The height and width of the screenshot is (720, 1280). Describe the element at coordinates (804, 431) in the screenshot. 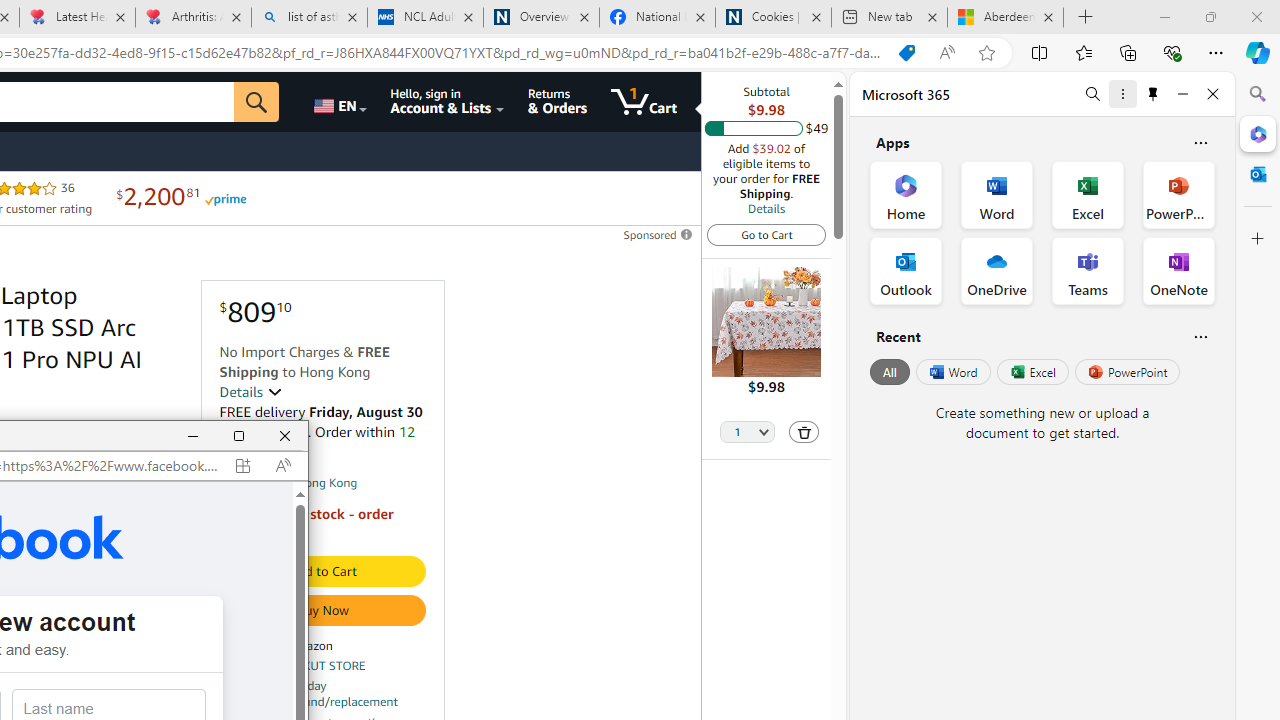

I see `'Delete'` at that location.